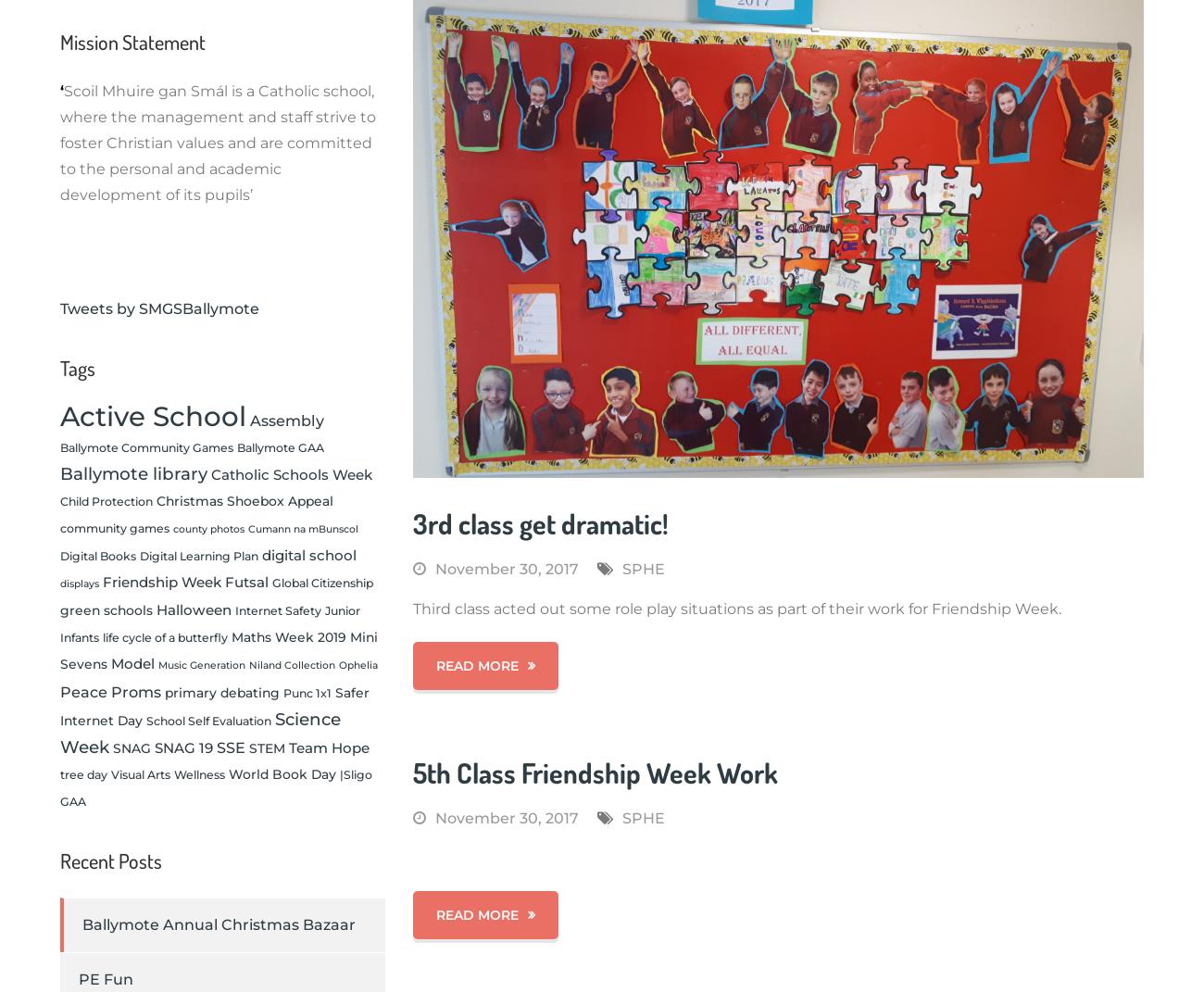 This screenshot has width=1204, height=992. I want to click on 'Child Protection', so click(106, 501).